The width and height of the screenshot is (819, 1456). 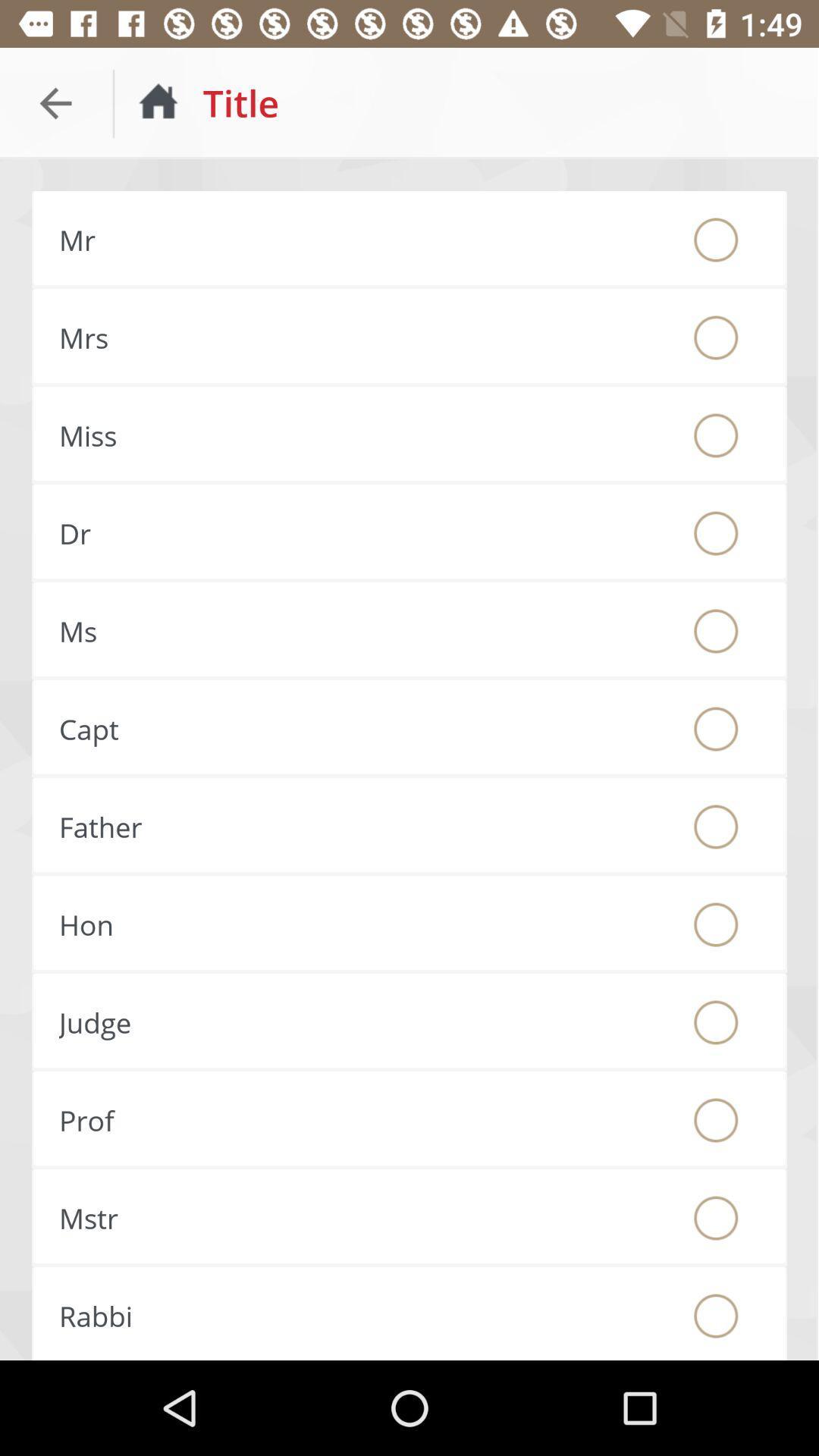 I want to click on mr as prefix, so click(x=716, y=239).